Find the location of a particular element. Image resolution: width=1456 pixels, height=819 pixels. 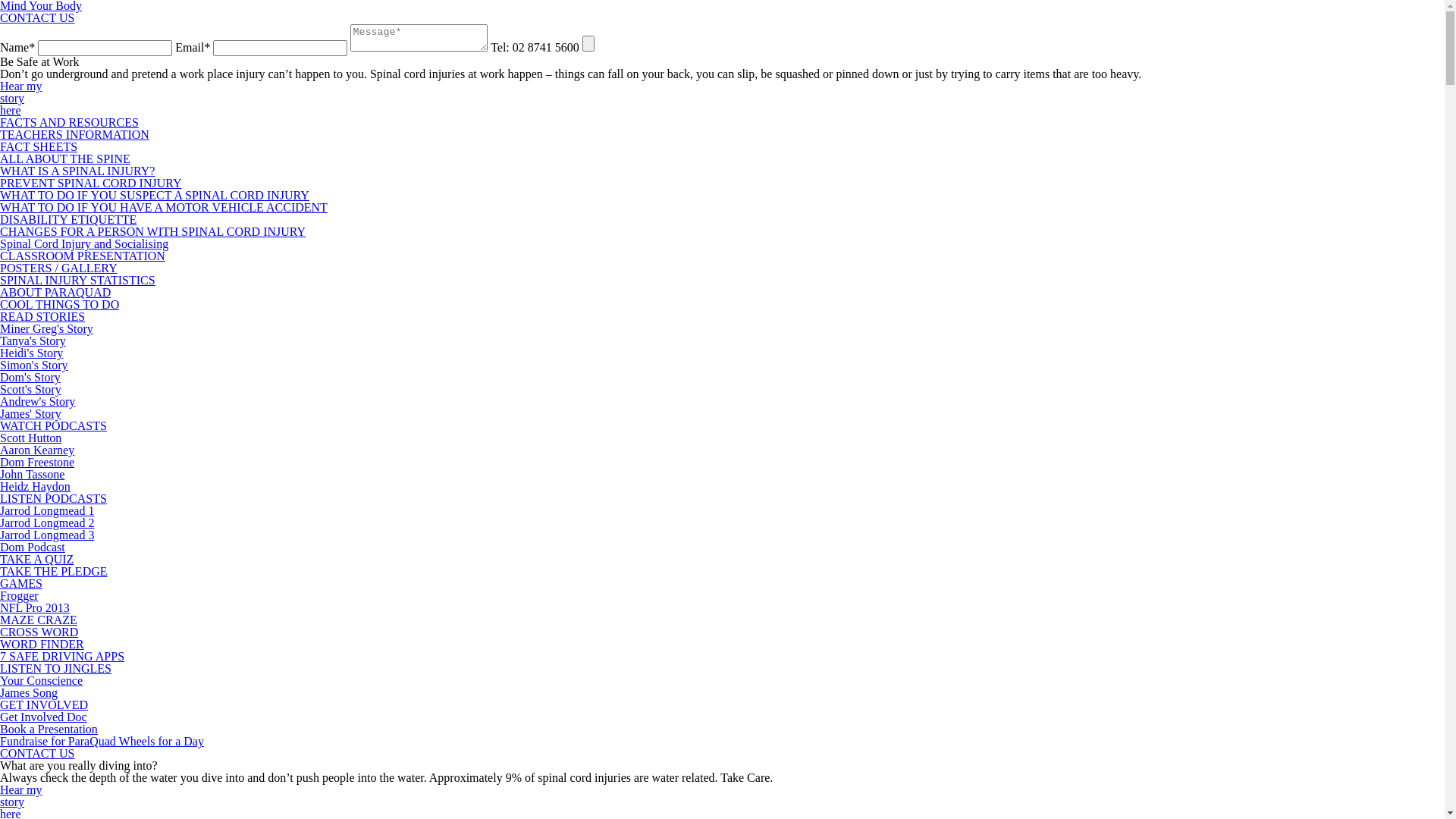

'COOL THINGS TO DO' is located at coordinates (0, 304).